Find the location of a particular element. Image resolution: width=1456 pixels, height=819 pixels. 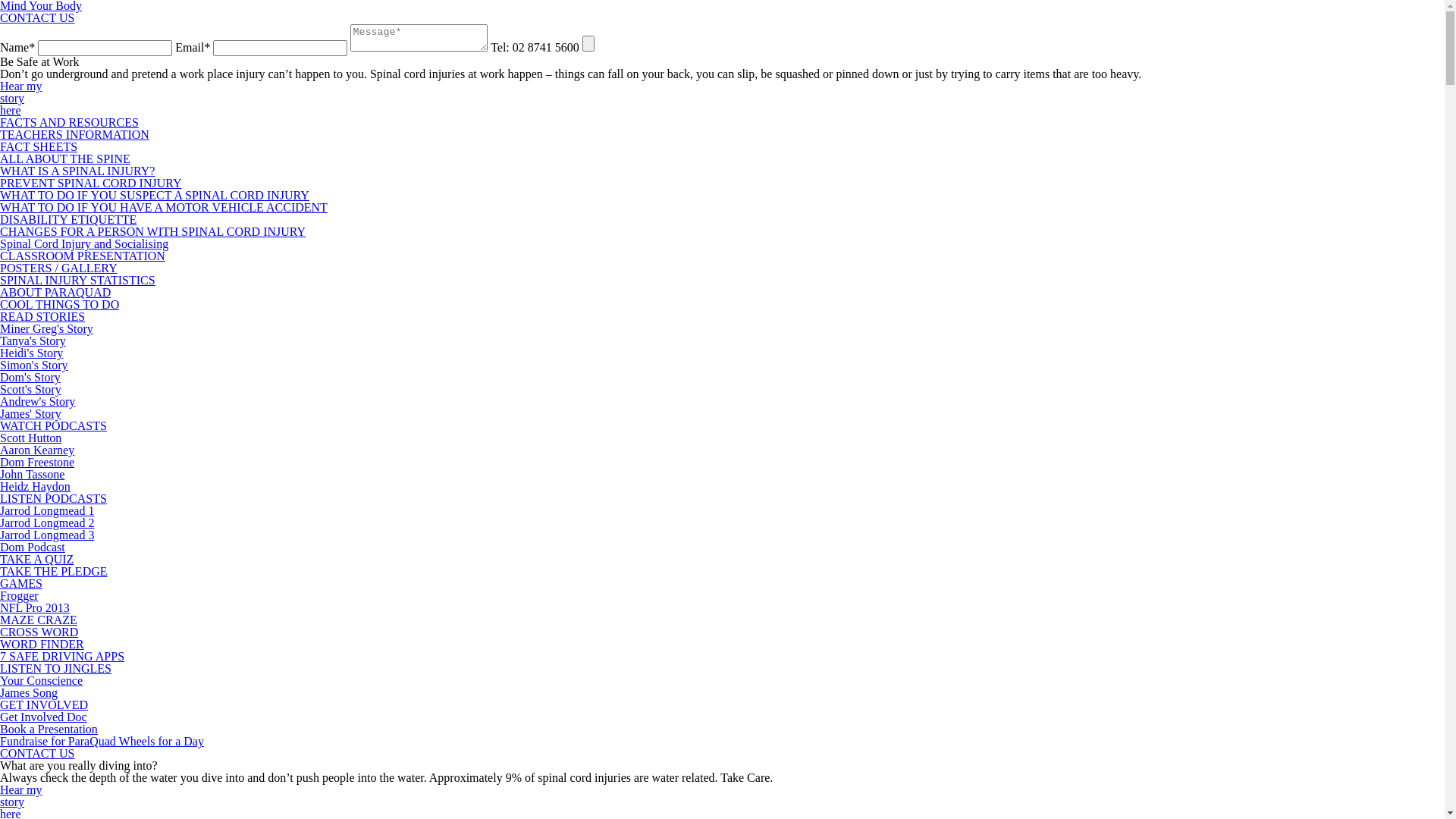

'COOL THINGS TO DO' is located at coordinates (0, 304).